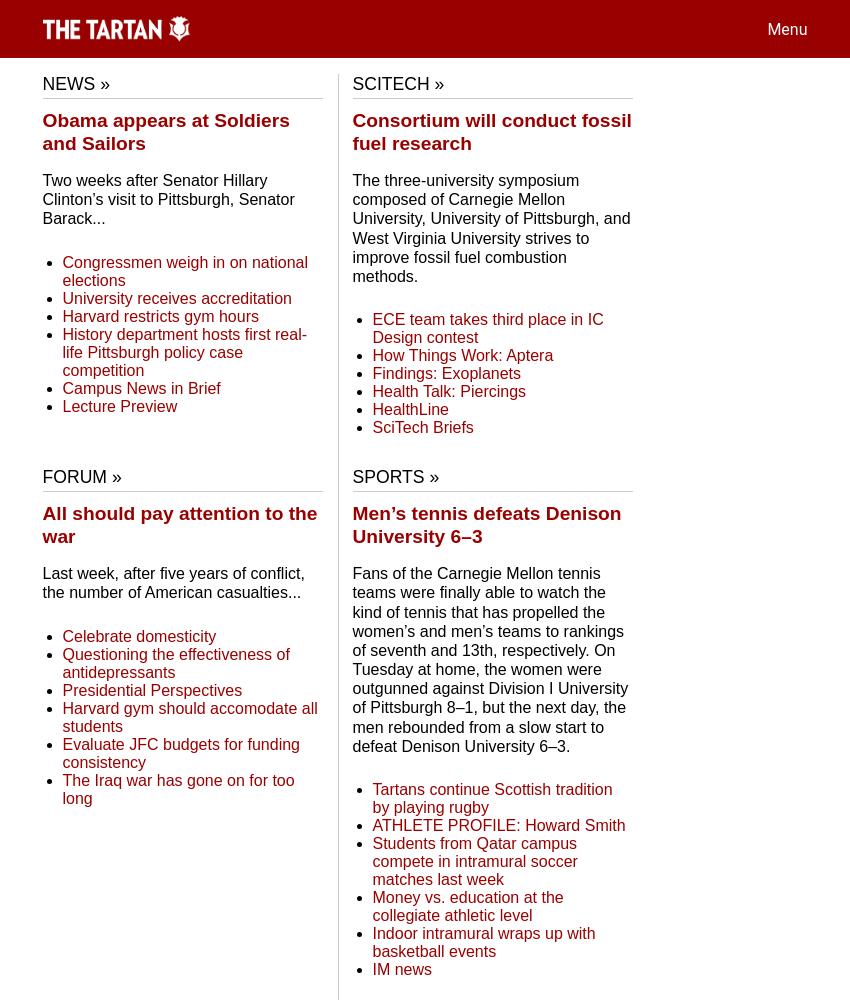 Image resolution: width=850 pixels, height=1000 pixels. I want to click on 'Presidential Perspectives', so click(151, 688).